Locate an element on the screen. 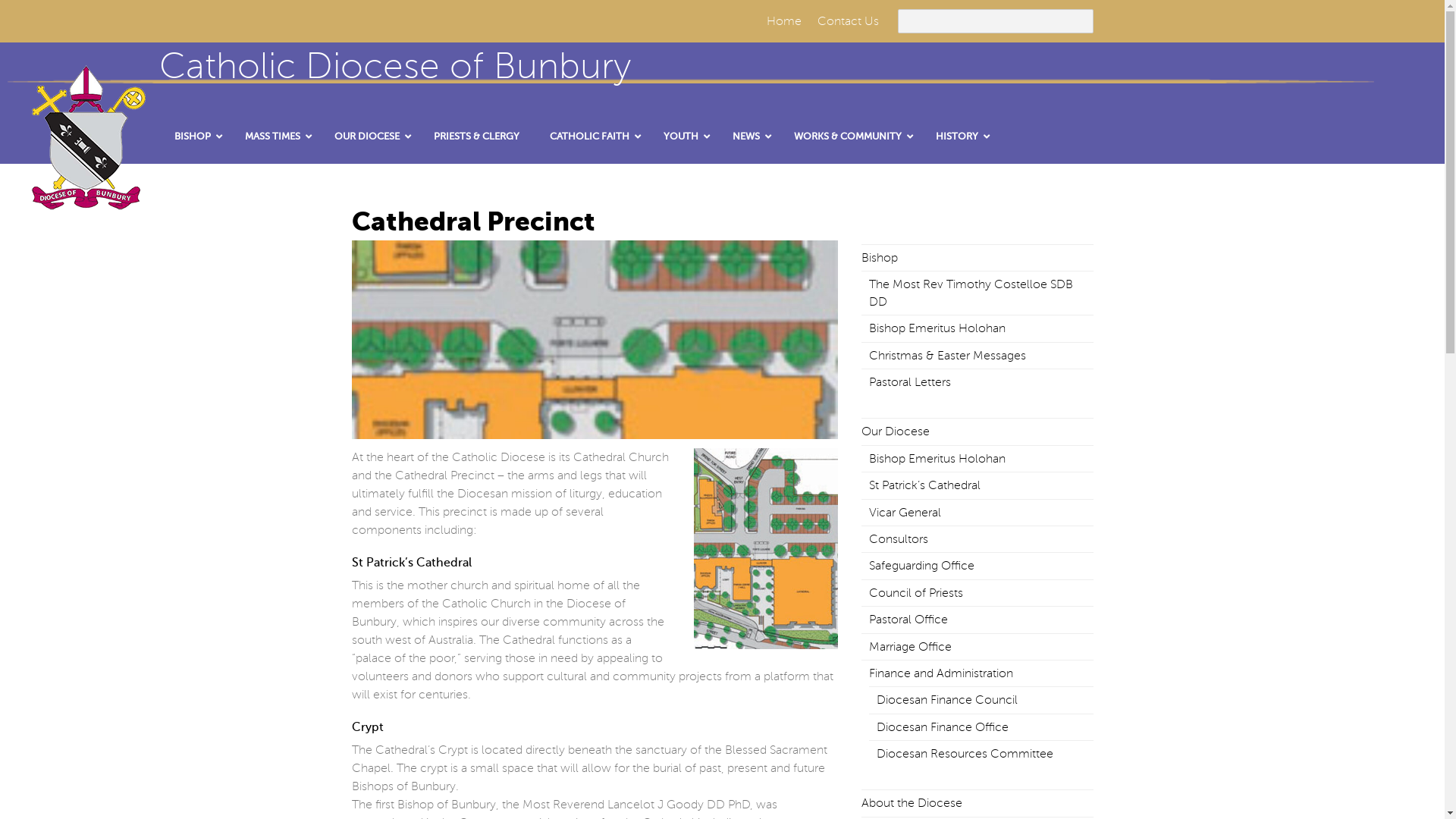  'Home' is located at coordinates (783, 20).